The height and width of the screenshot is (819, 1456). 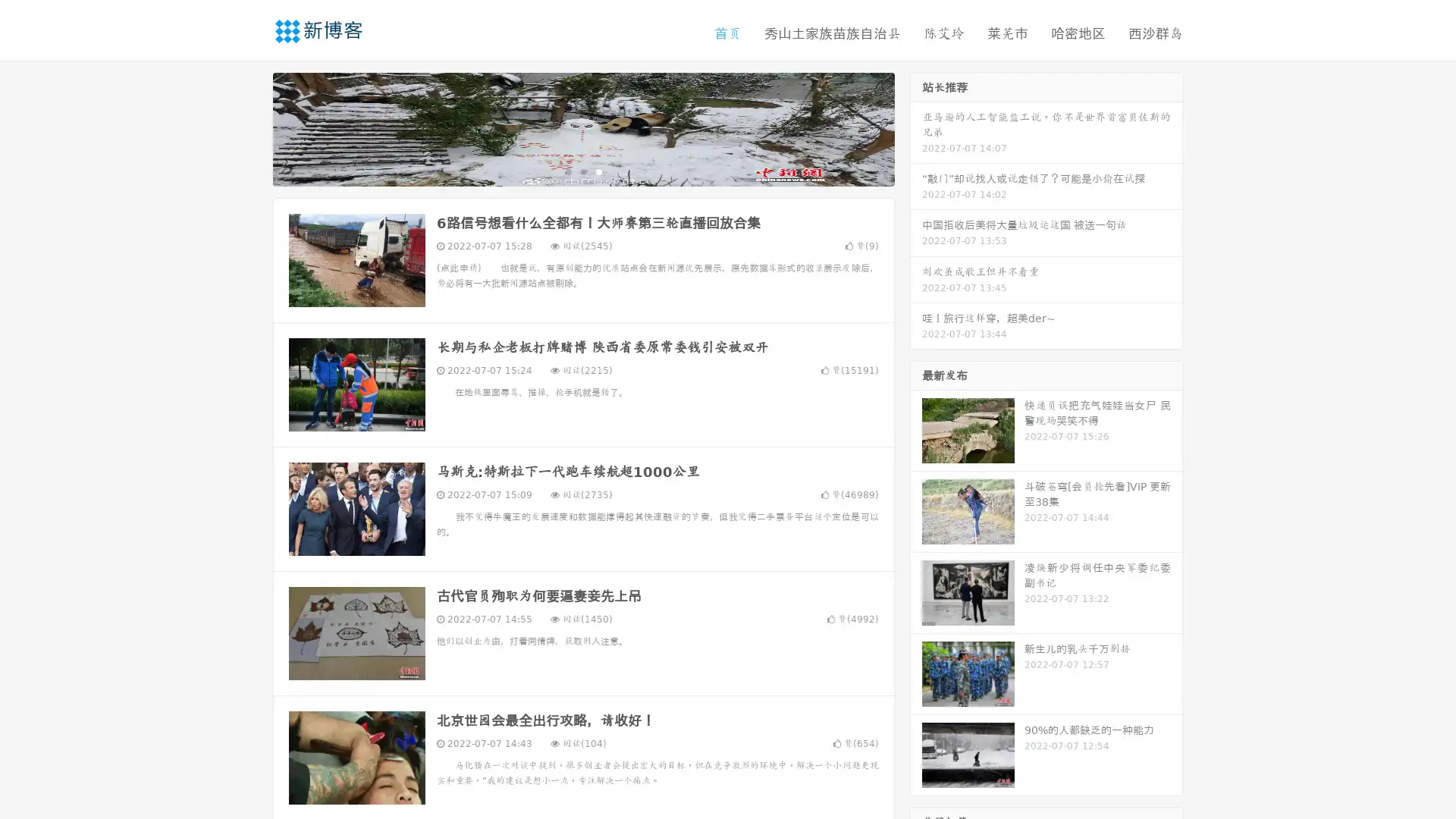 What do you see at coordinates (567, 171) in the screenshot?
I see `Go to slide 1` at bounding box center [567, 171].